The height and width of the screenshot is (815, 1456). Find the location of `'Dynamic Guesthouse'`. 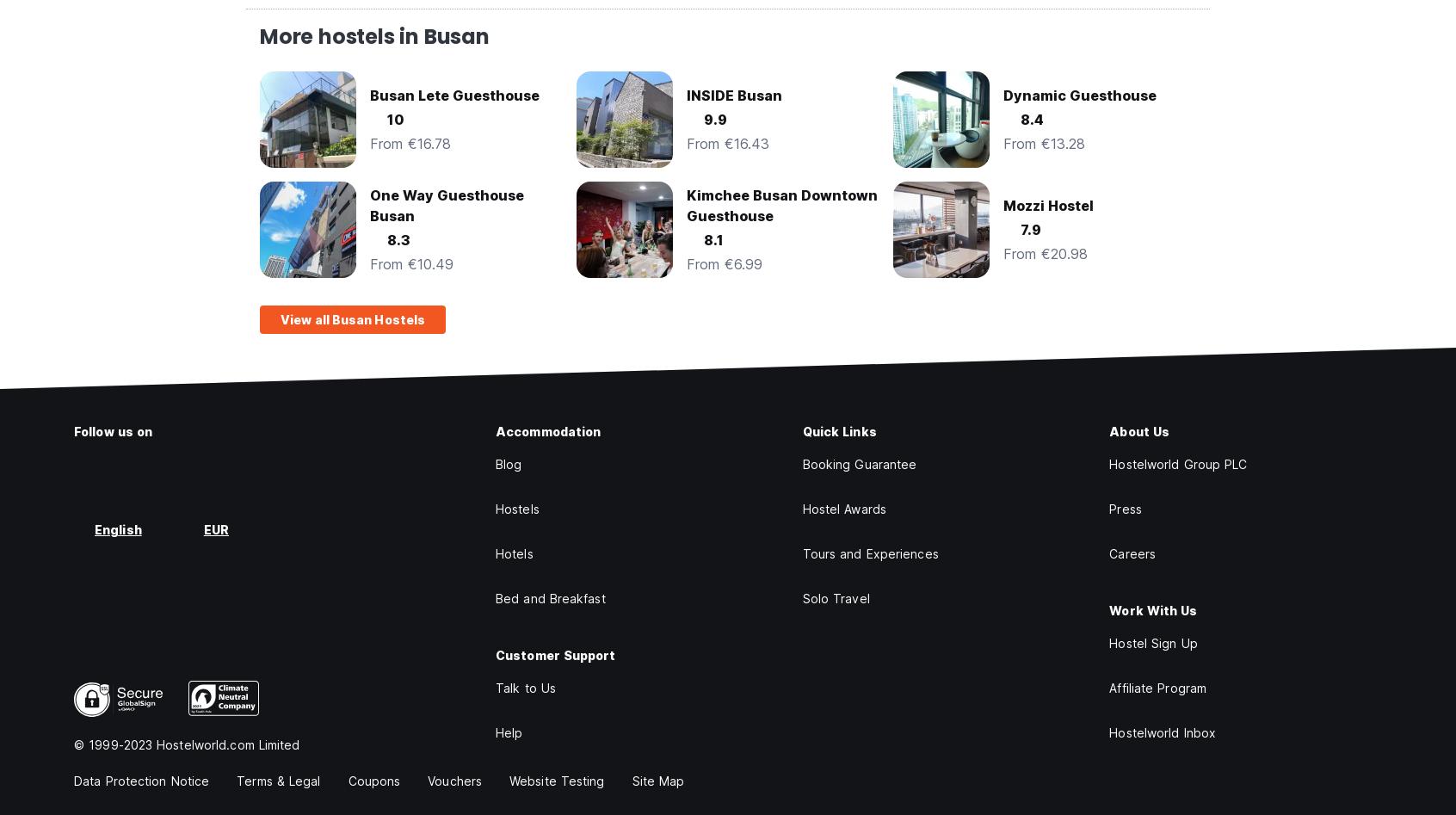

'Dynamic Guesthouse' is located at coordinates (1079, 94).